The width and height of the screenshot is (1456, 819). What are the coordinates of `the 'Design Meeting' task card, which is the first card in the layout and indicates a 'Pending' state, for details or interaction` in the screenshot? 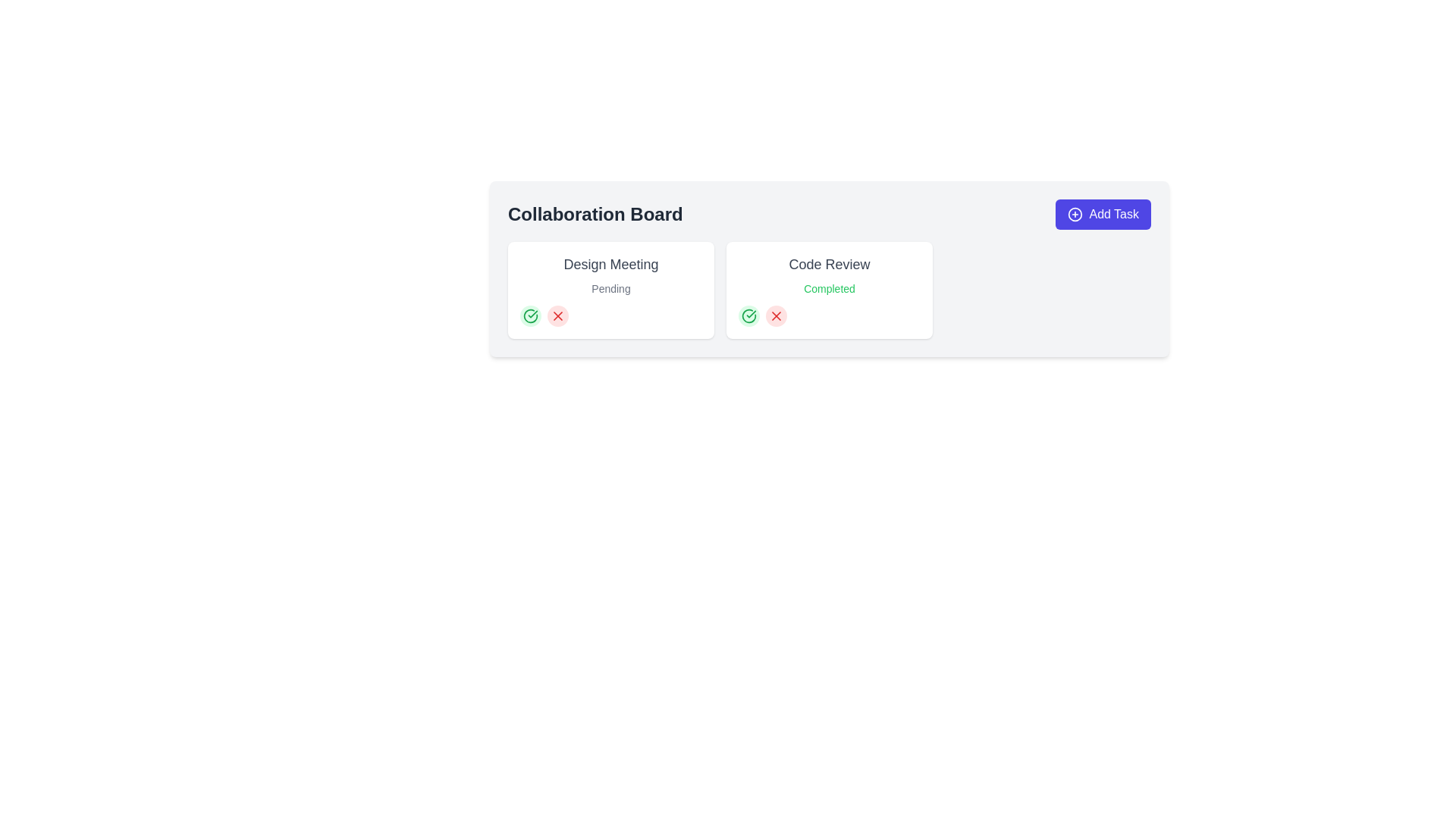 It's located at (611, 290).